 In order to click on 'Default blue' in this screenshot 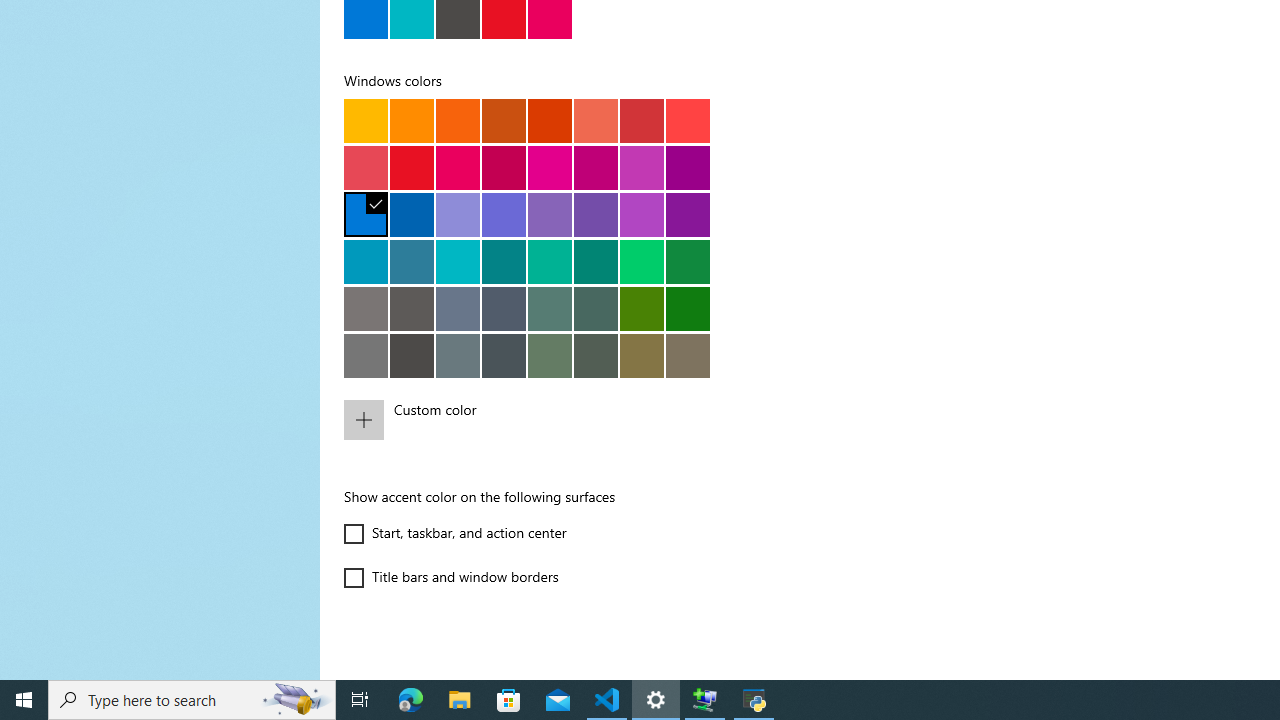, I will do `click(366, 214)`.